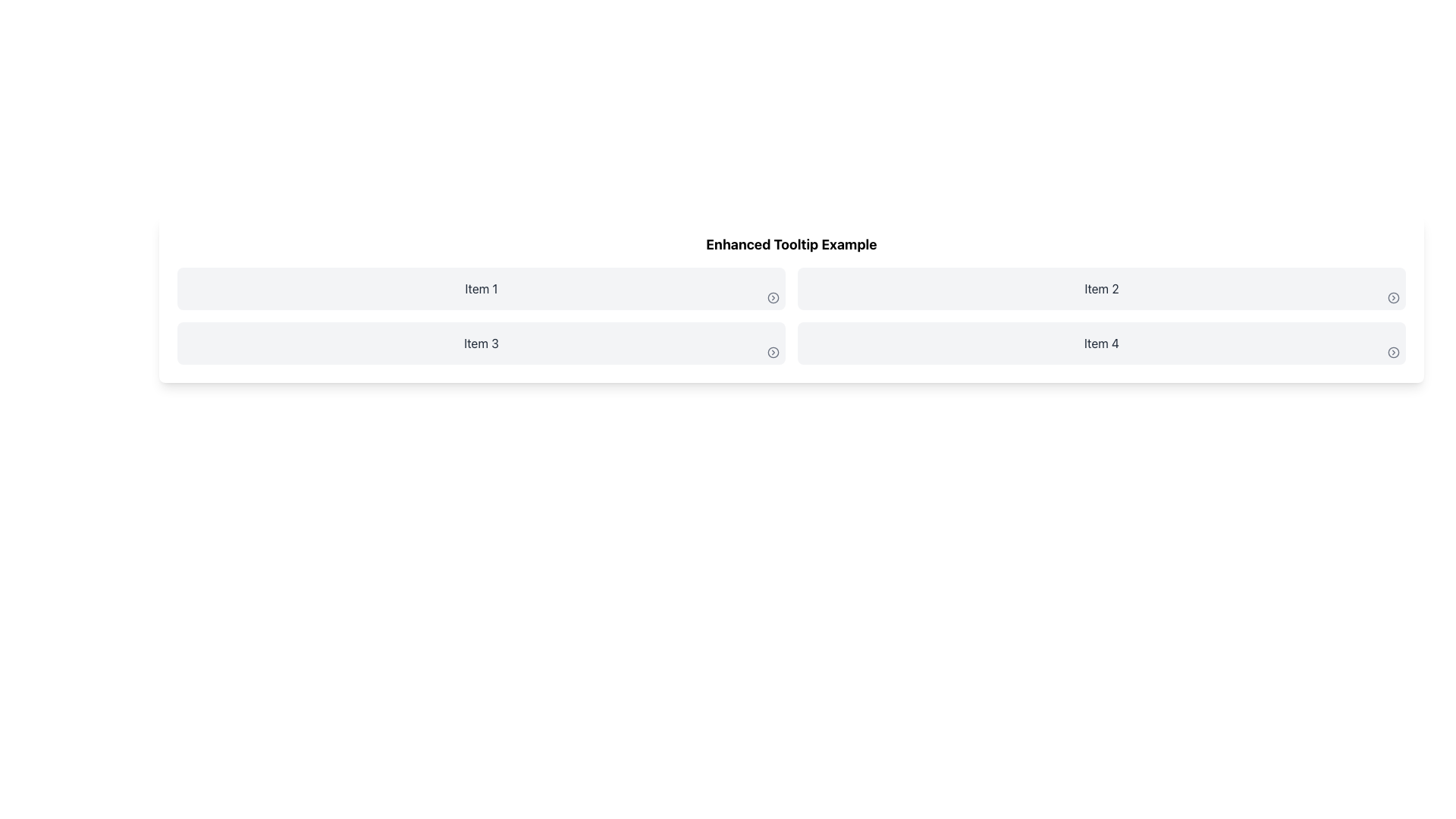 This screenshot has height=819, width=1456. Describe the element at coordinates (480, 343) in the screenshot. I see `the text label 'Item 3' which is displayed in dark gray color within a light gray rounded rectangle box, located in the third row of the layout and aligned with similar elements` at that location.